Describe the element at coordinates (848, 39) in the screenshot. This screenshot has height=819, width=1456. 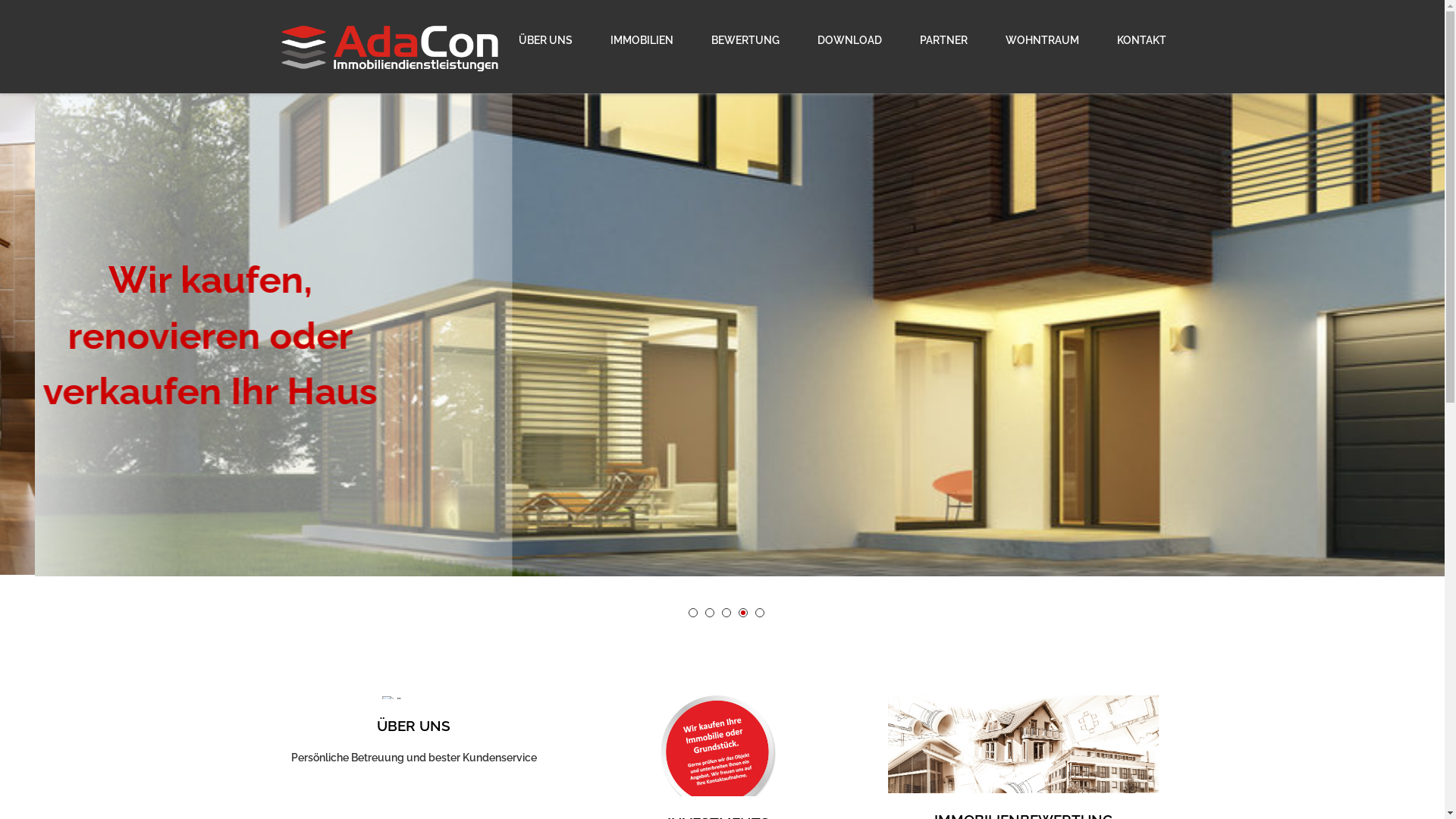
I see `'DOWNLOAD'` at that location.